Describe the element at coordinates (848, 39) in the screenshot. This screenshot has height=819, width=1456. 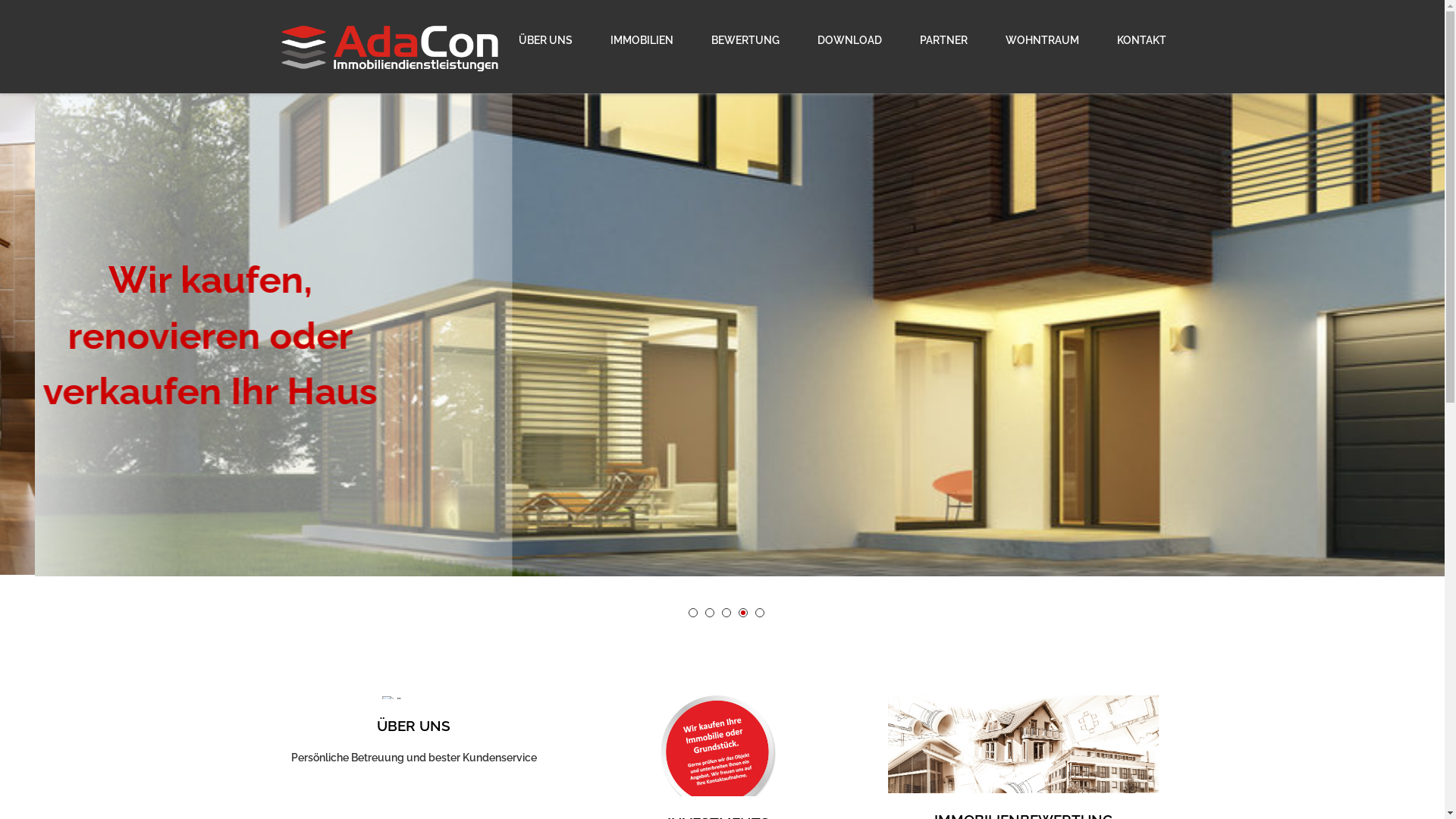
I see `'DOWNLOAD'` at that location.